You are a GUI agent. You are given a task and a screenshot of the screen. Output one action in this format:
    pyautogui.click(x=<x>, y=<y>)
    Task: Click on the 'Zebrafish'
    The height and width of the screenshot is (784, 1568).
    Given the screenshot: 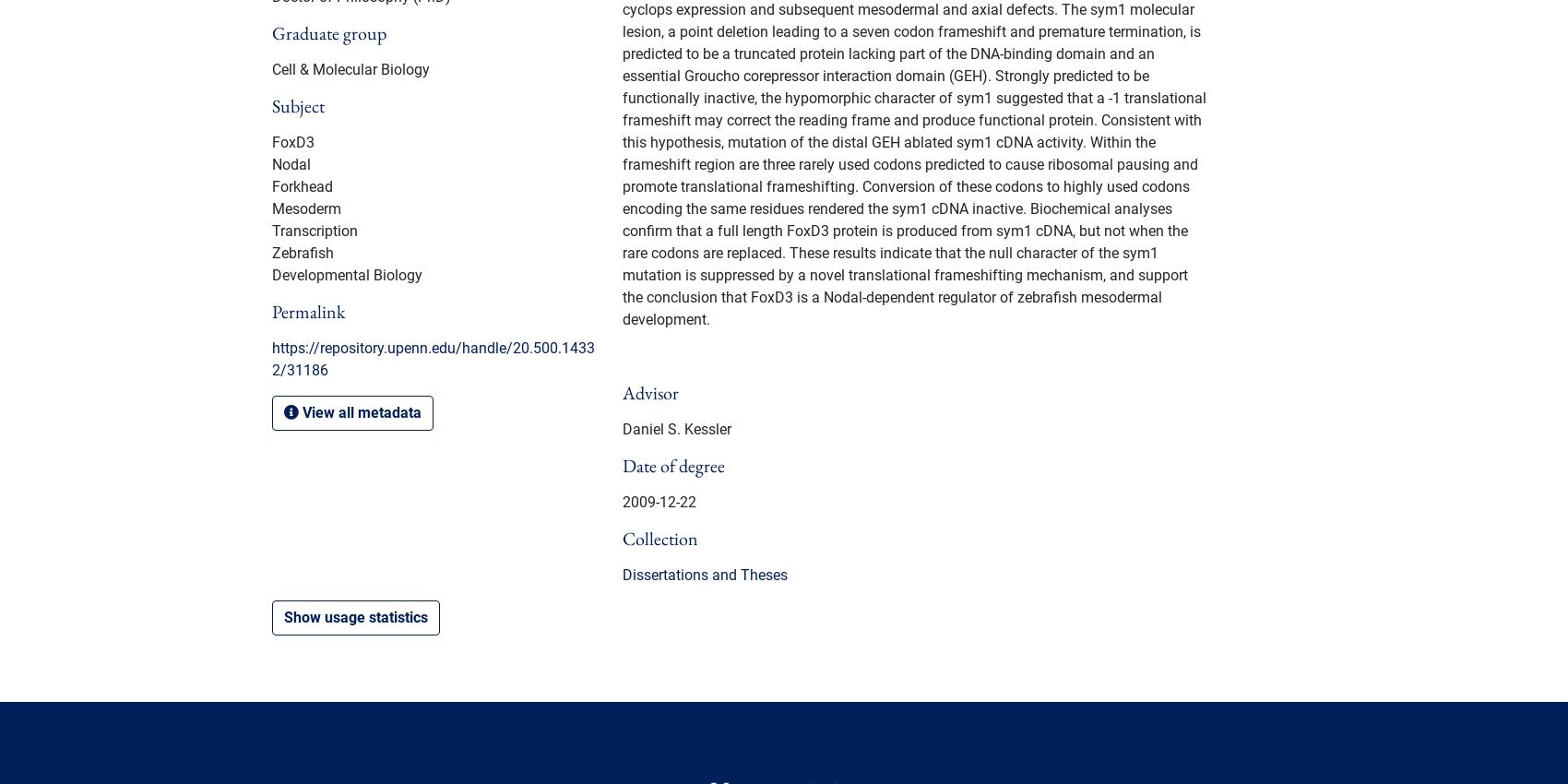 What is the action you would take?
    pyautogui.click(x=302, y=251)
    